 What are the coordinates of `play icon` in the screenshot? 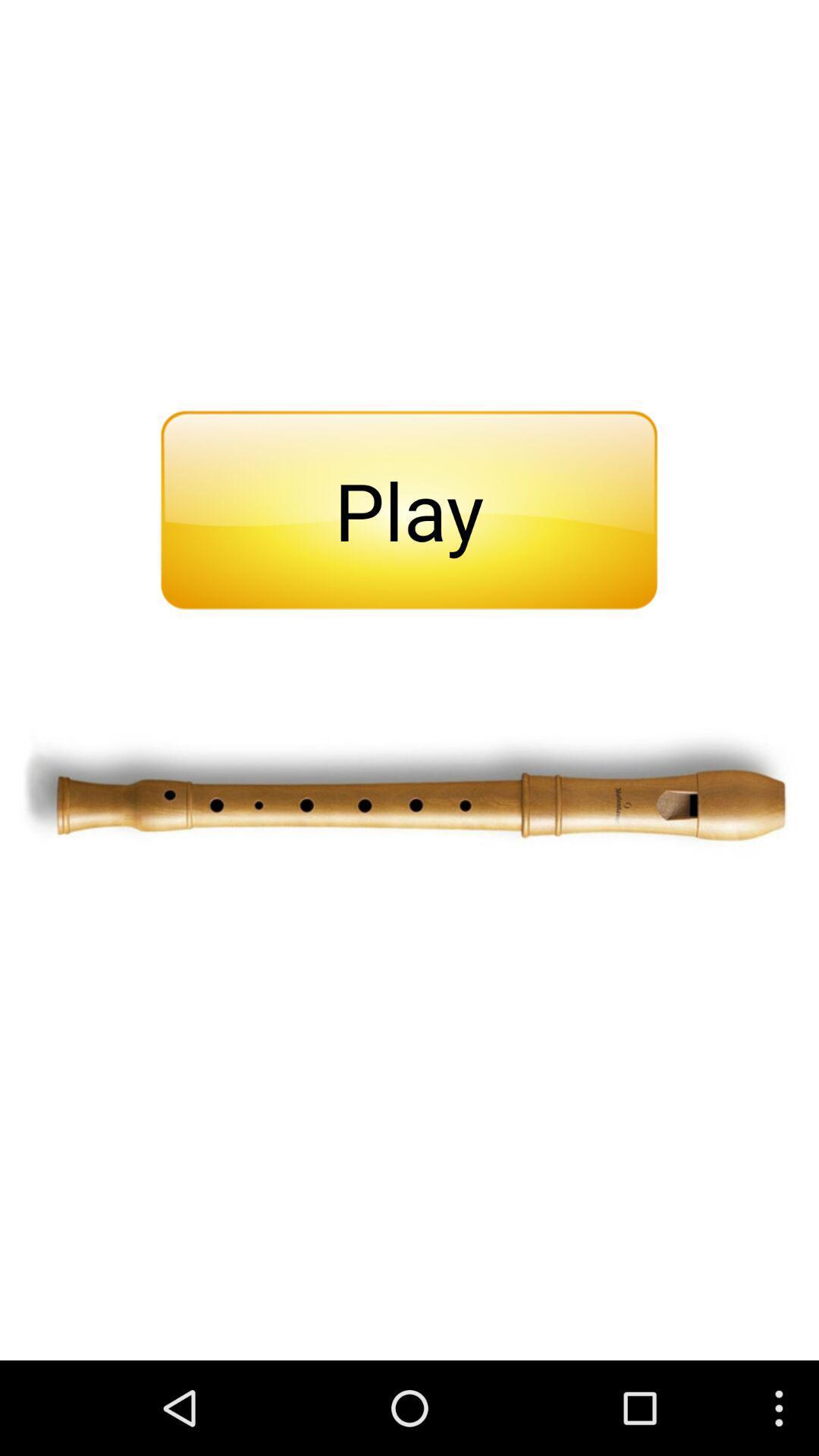 It's located at (408, 510).